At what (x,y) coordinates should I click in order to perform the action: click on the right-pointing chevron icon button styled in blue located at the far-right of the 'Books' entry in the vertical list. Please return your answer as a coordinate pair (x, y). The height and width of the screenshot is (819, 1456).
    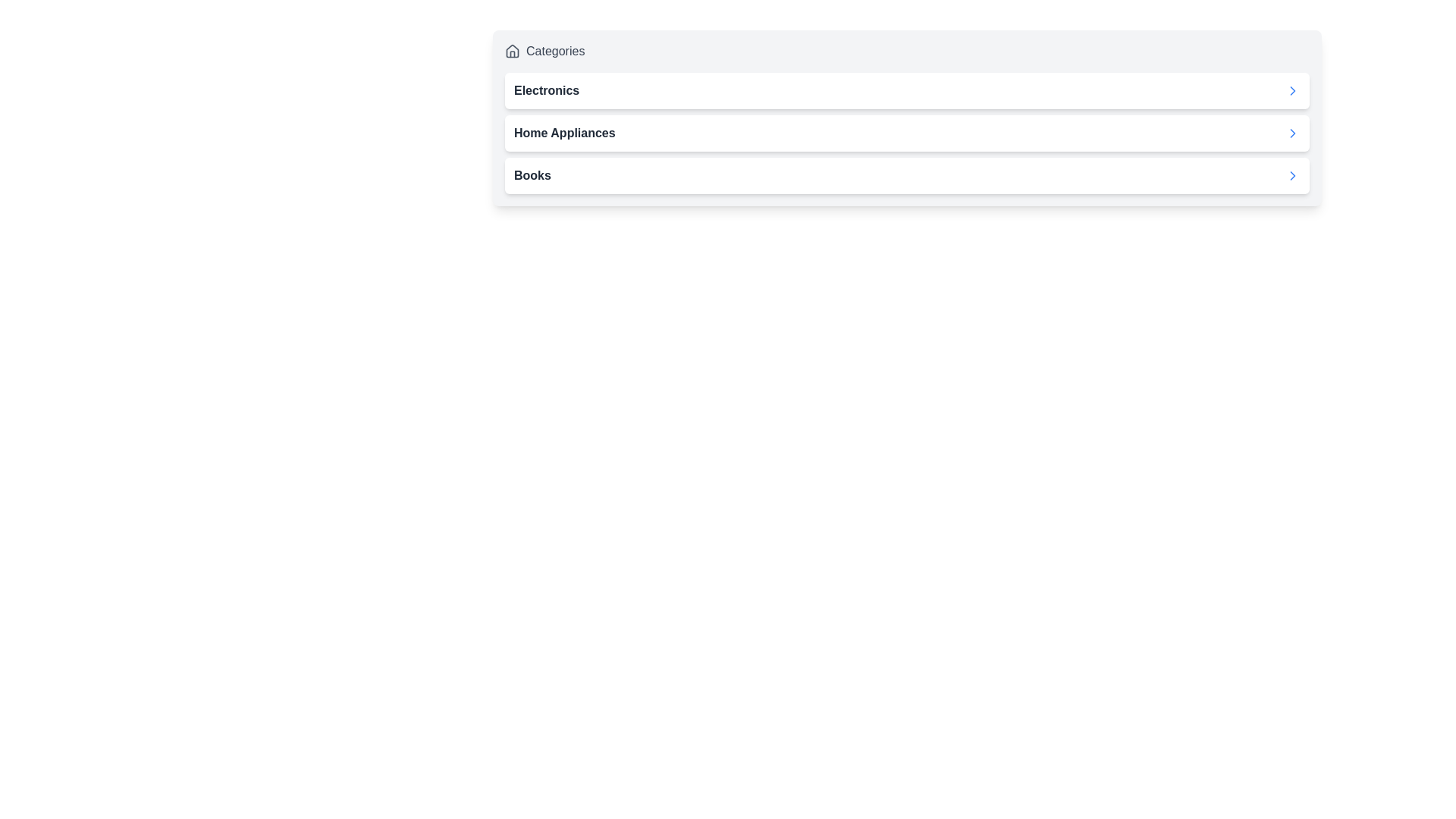
    Looking at the image, I should click on (1291, 174).